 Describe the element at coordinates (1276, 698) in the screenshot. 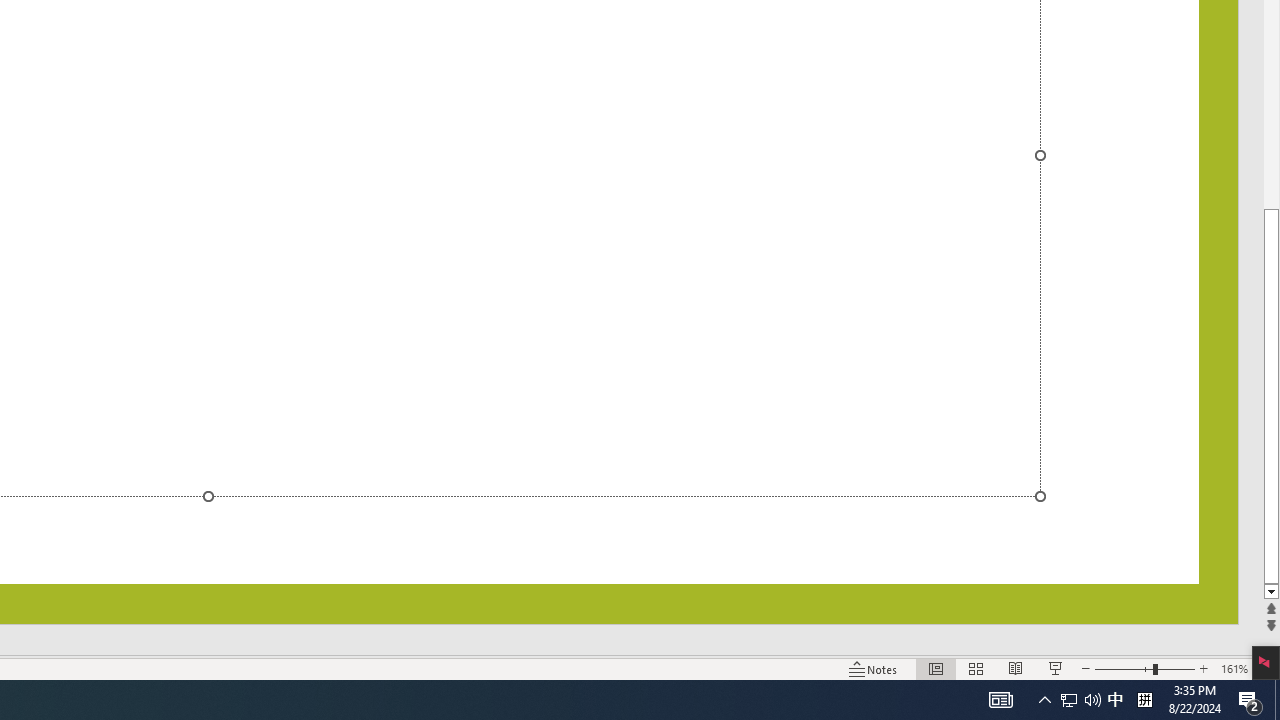

I see `'Action Center, 2 new notifications'` at that location.